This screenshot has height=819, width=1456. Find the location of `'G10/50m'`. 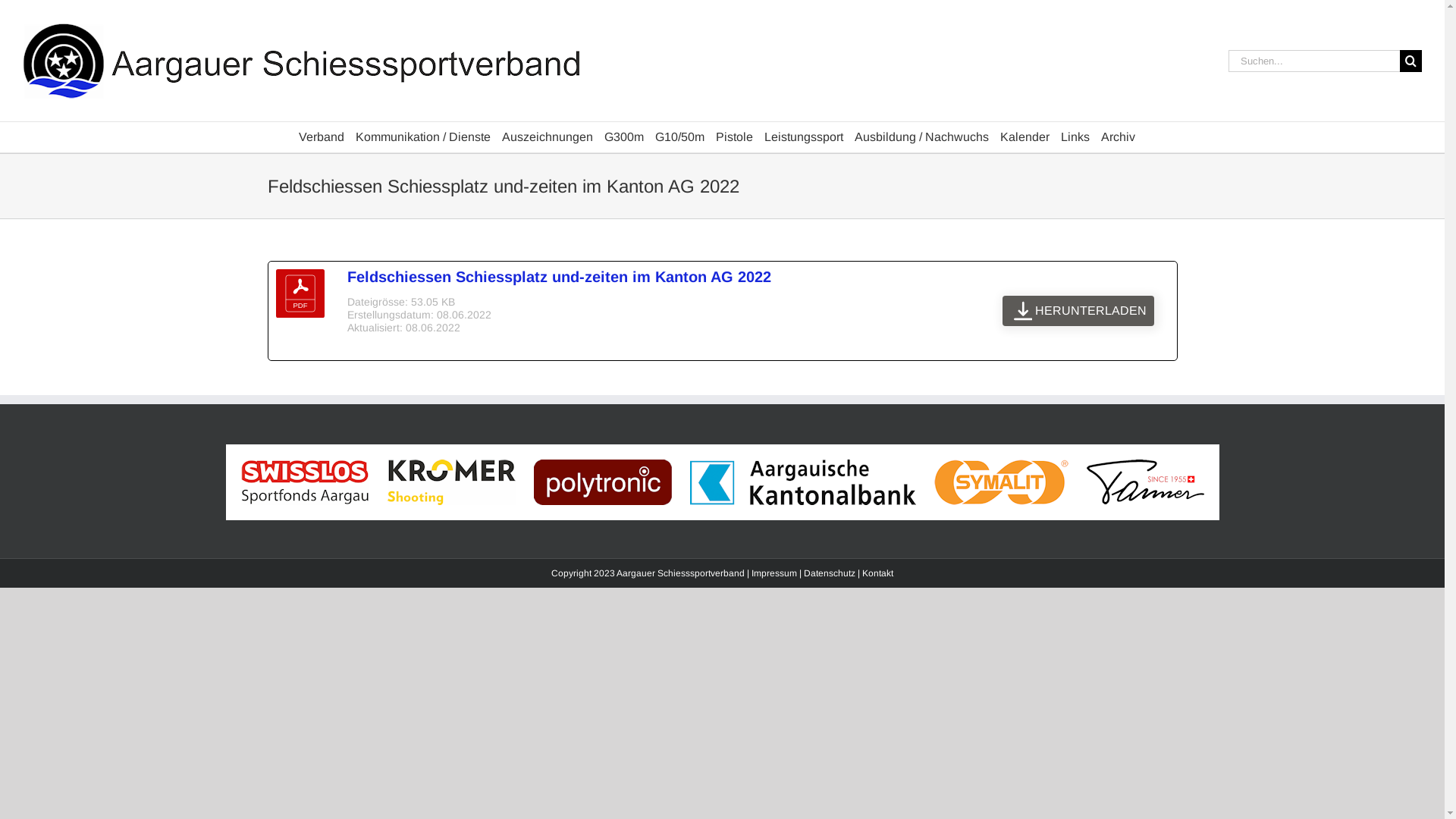

'G10/50m' is located at coordinates (679, 137).